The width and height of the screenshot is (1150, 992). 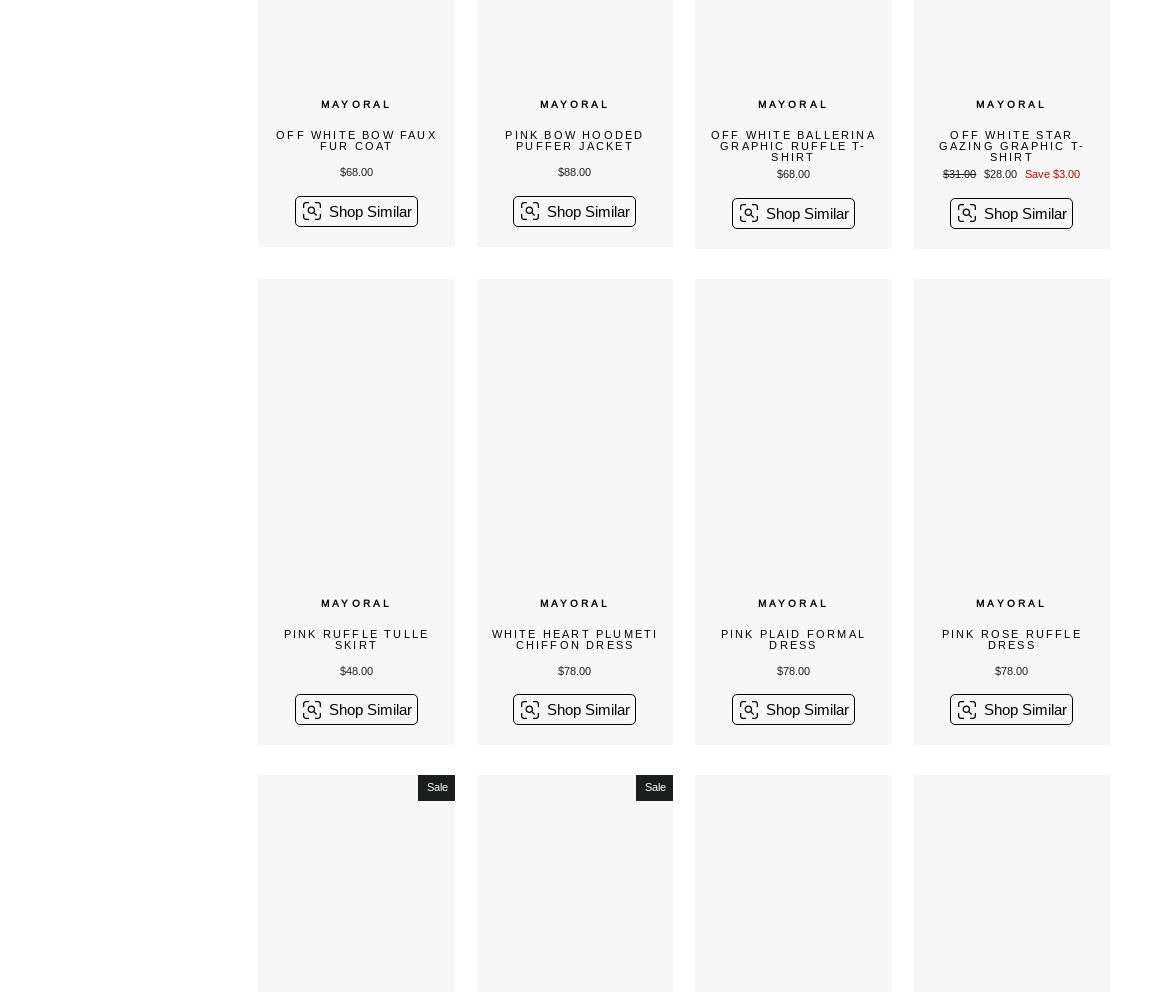 I want to click on '$88.00', so click(x=574, y=171).